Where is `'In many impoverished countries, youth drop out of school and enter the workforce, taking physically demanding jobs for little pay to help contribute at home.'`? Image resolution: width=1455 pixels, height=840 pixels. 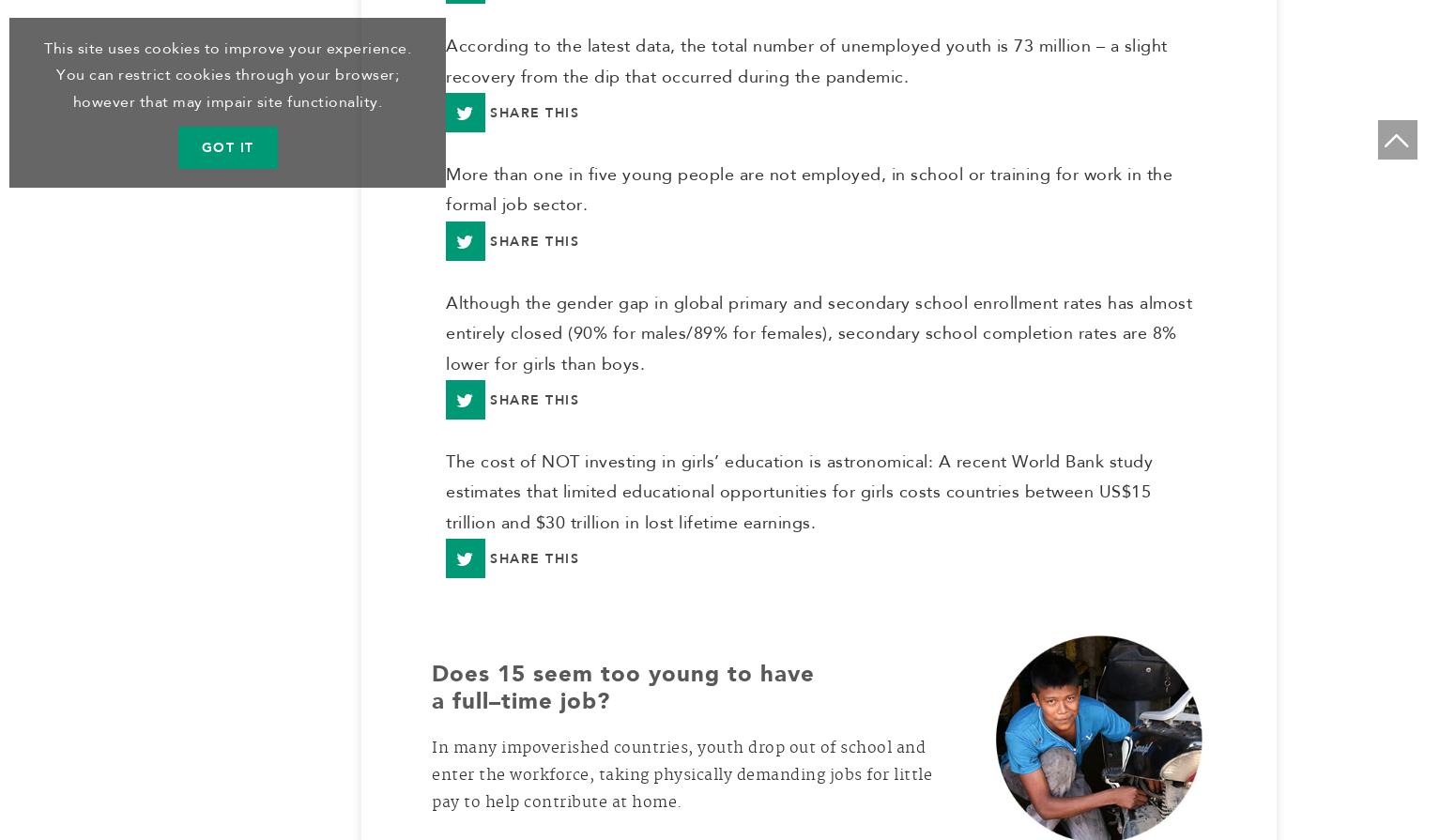 'In many impoverished countries, youth drop out of school and enter the workforce, taking physically demanding jobs for little pay to help contribute at home.' is located at coordinates (682, 782).